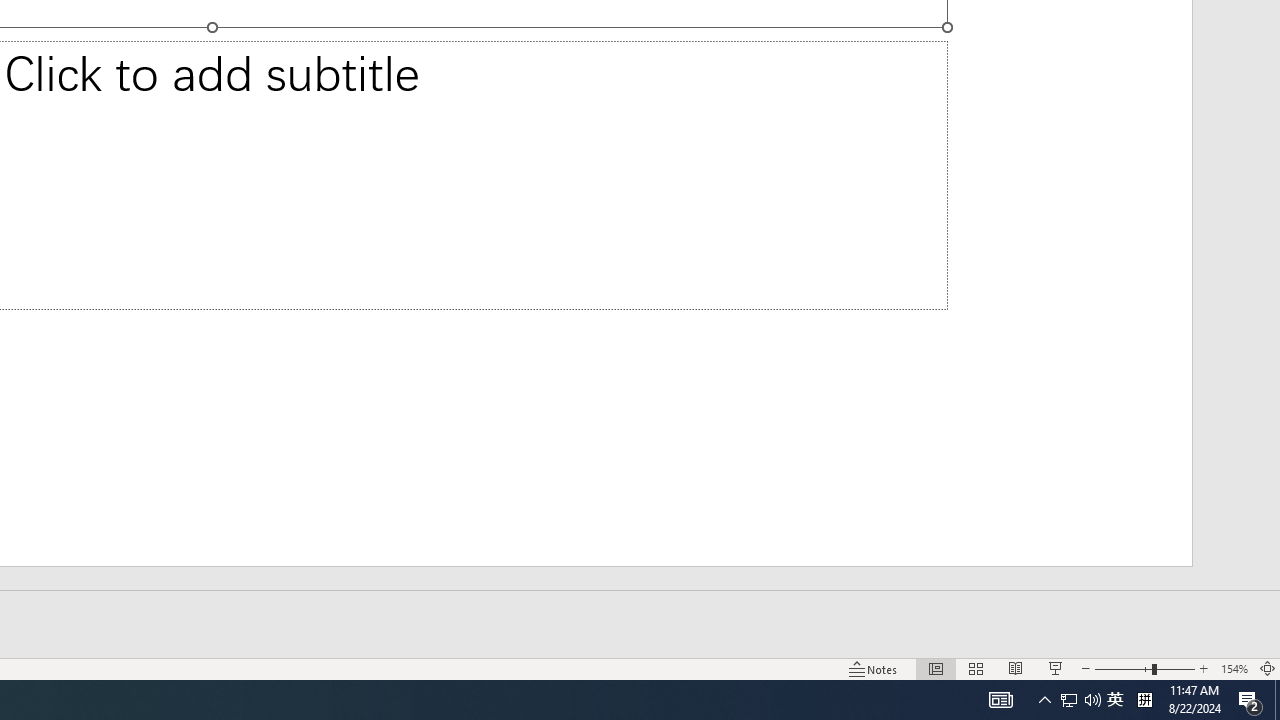 This screenshot has width=1280, height=720. I want to click on 'Zoom 154%', so click(1233, 669).